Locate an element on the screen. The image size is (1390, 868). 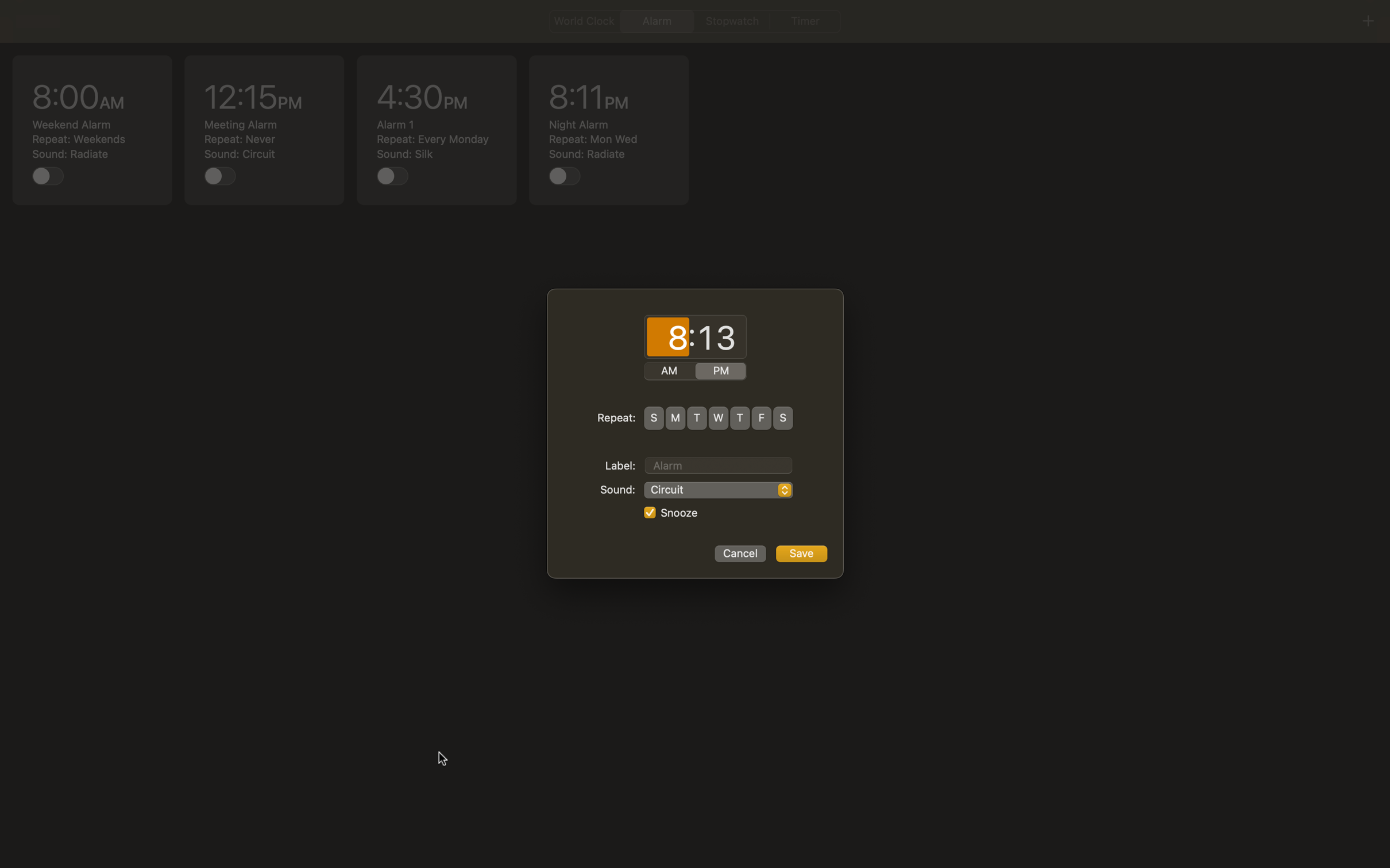
PM for time format is located at coordinates (721, 371).